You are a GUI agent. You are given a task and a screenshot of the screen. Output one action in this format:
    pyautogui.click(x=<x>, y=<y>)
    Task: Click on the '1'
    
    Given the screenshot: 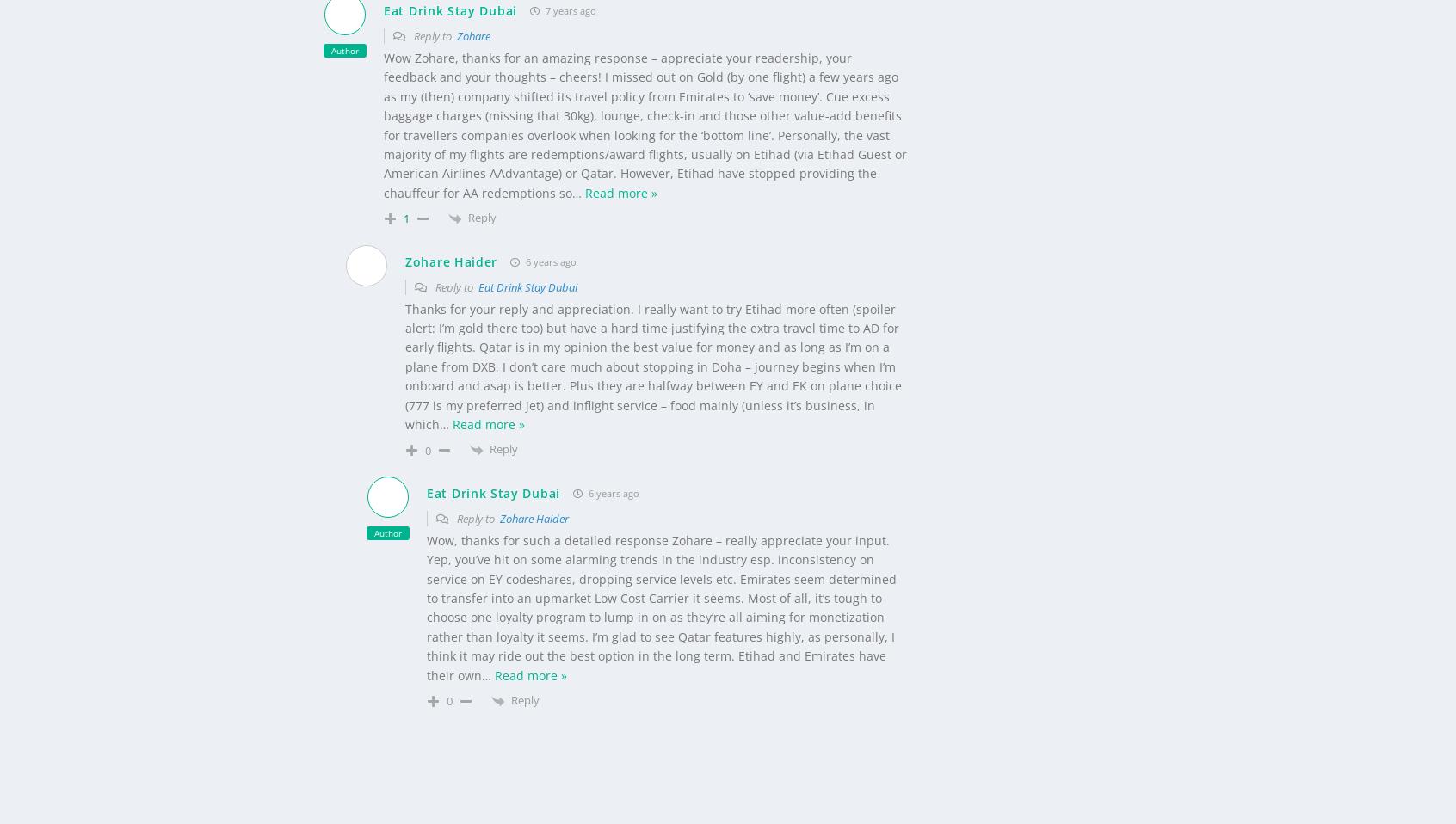 What is the action you would take?
    pyautogui.click(x=405, y=189)
    